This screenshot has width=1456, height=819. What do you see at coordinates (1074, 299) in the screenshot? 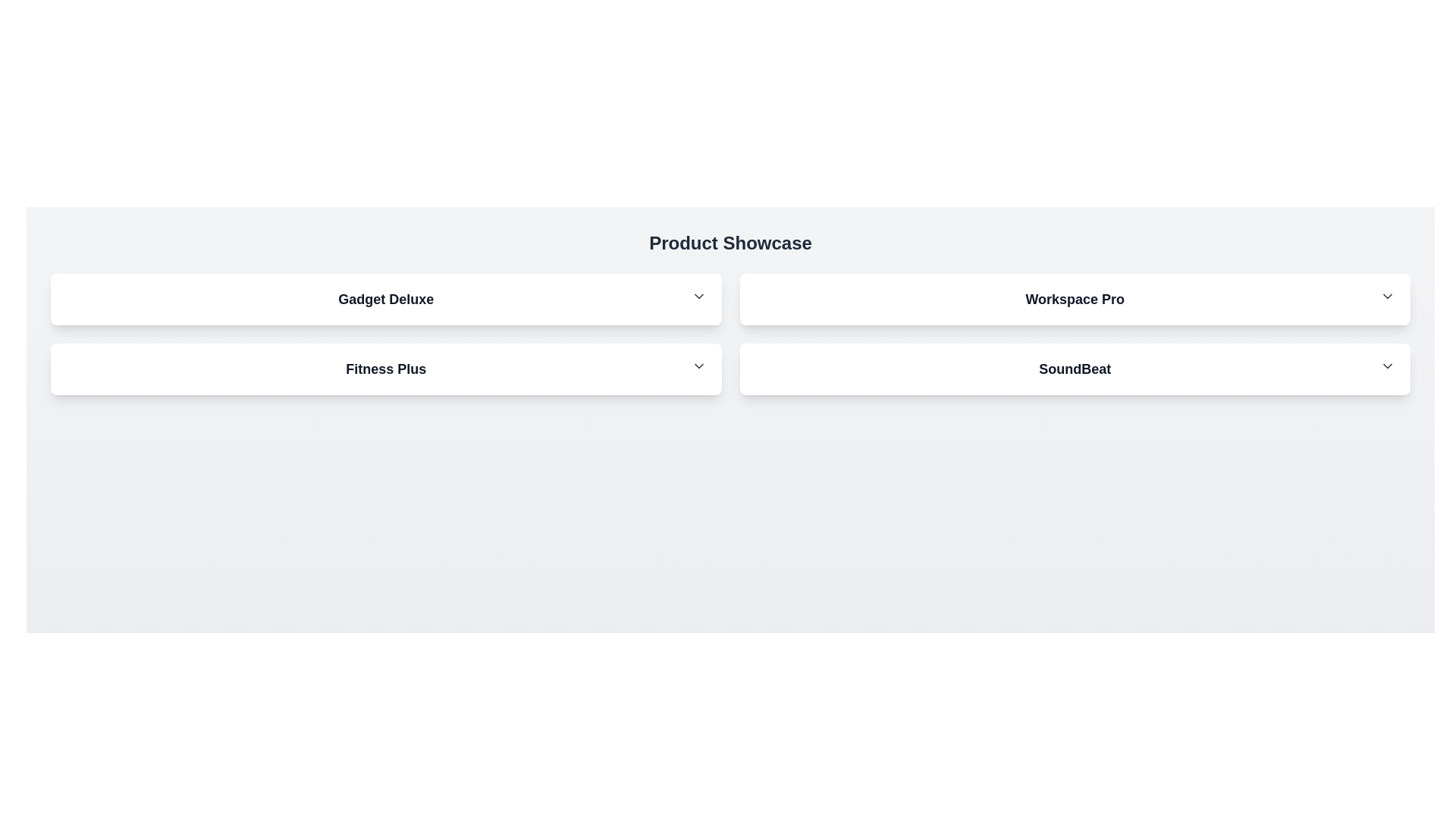
I see `the 'Workspace Pro' text label, which is styled with a bold font and dark gray color, located in the top-right quadrant of the layout grid` at bounding box center [1074, 299].